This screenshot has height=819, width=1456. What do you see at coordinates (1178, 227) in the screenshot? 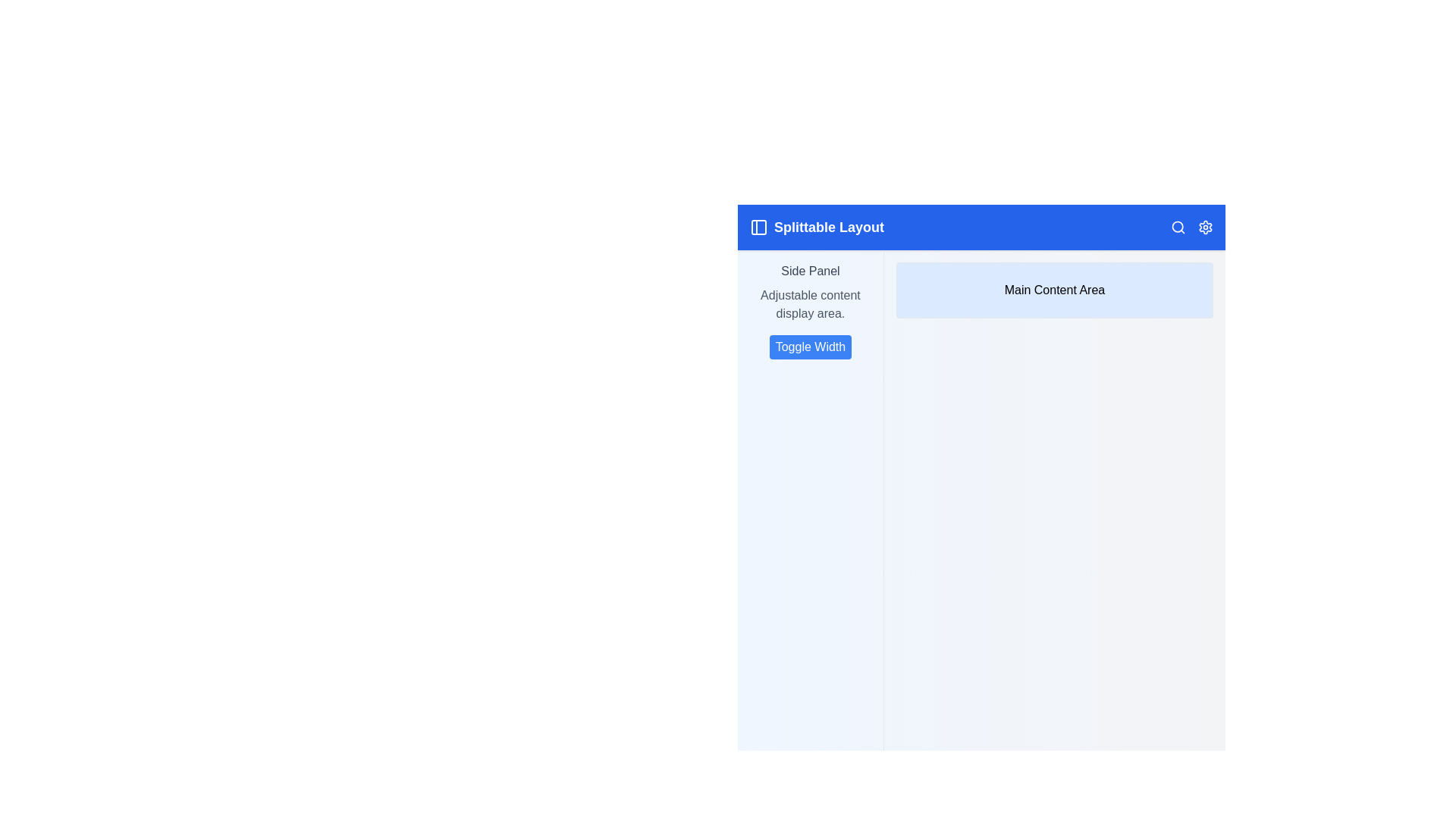
I see `the search button icon located in the header section towards the right-hand corner, which is the first icon from the left in its group` at bounding box center [1178, 227].